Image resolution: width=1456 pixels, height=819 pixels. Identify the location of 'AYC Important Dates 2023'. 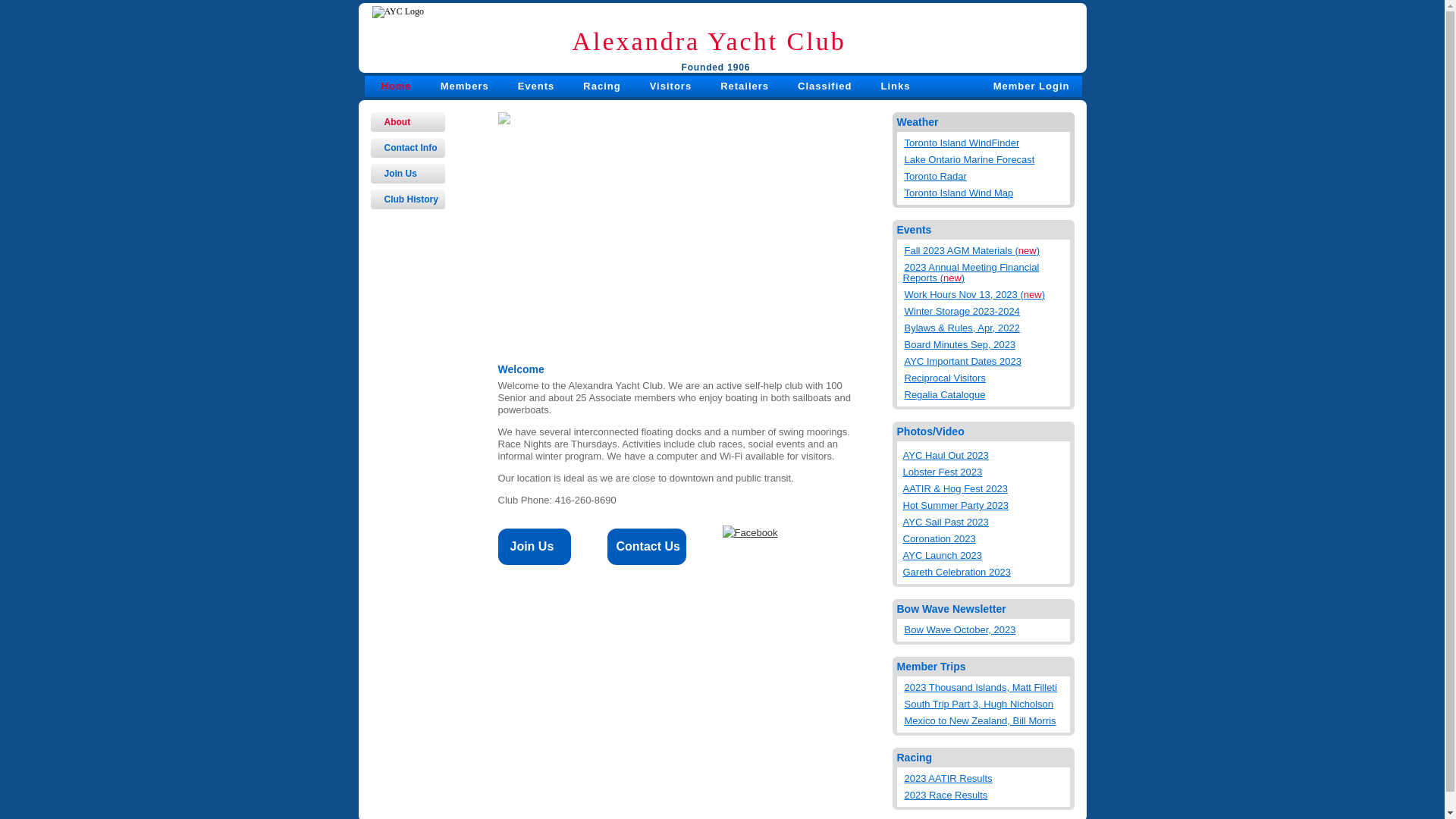
(986, 359).